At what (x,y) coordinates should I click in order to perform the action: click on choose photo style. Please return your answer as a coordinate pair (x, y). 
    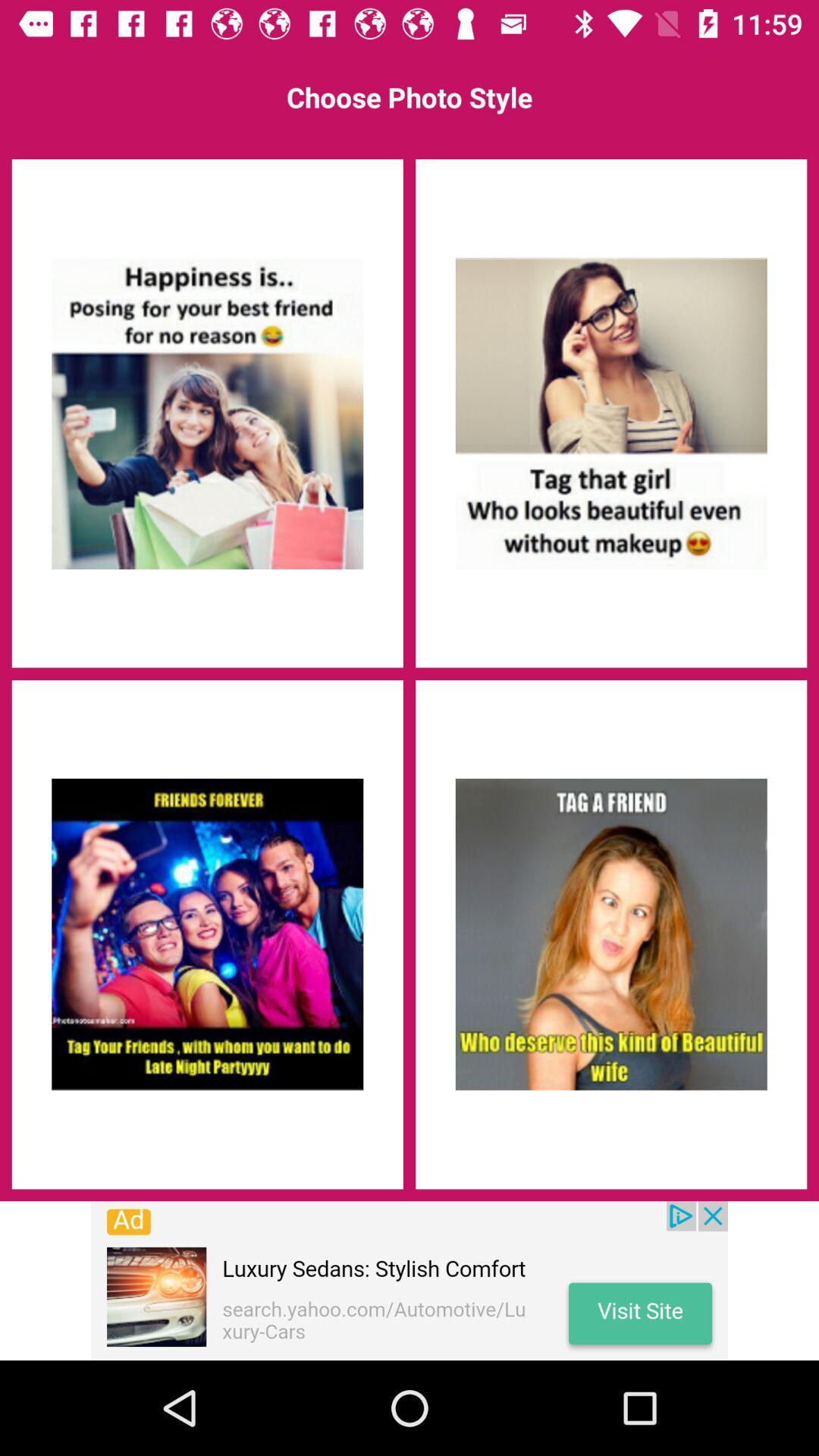
    Looking at the image, I should click on (207, 934).